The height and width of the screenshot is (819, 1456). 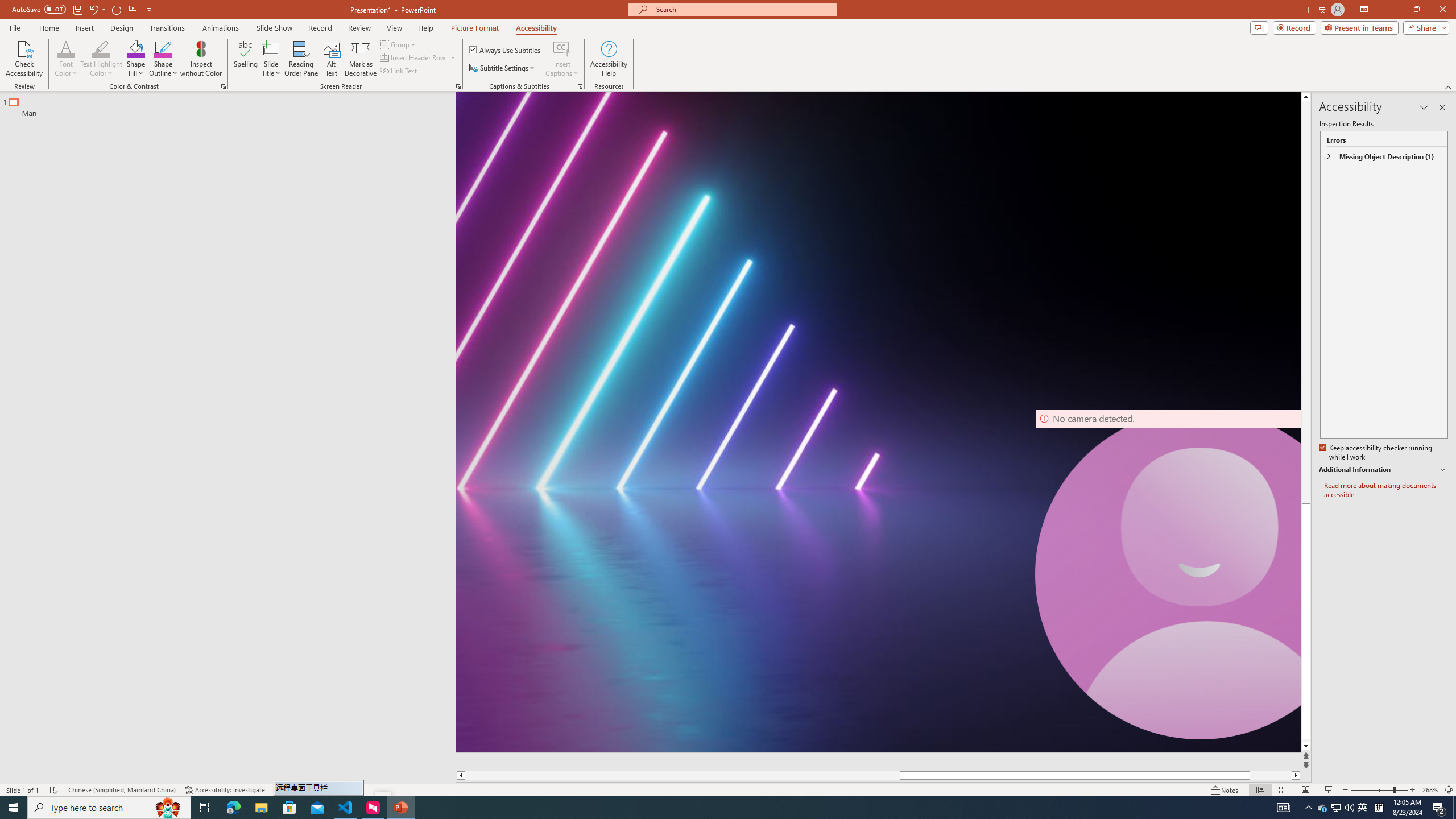 What do you see at coordinates (136, 59) in the screenshot?
I see `'Shape Fill'` at bounding box center [136, 59].